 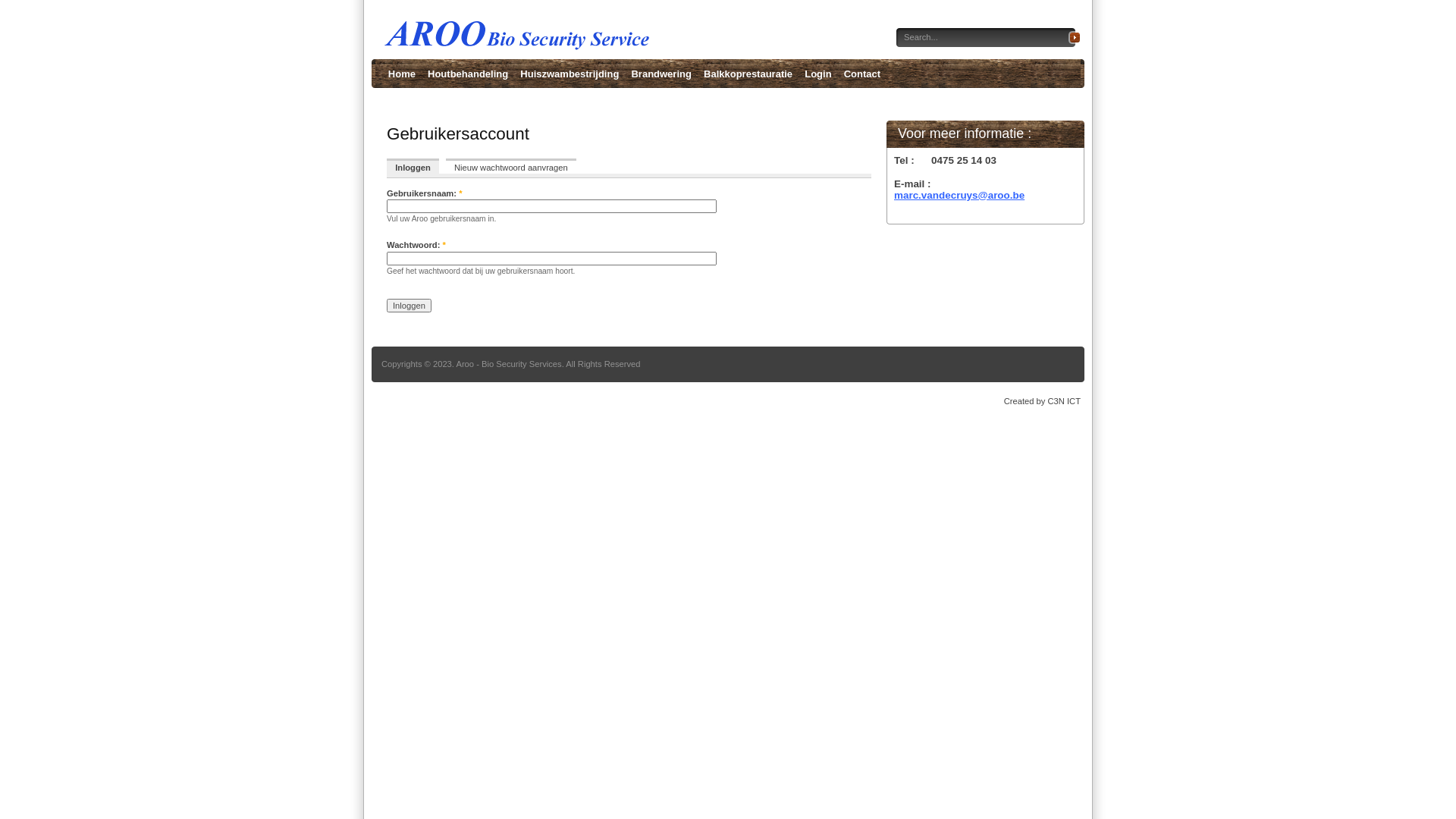 What do you see at coordinates (862, 74) in the screenshot?
I see `'Contact'` at bounding box center [862, 74].